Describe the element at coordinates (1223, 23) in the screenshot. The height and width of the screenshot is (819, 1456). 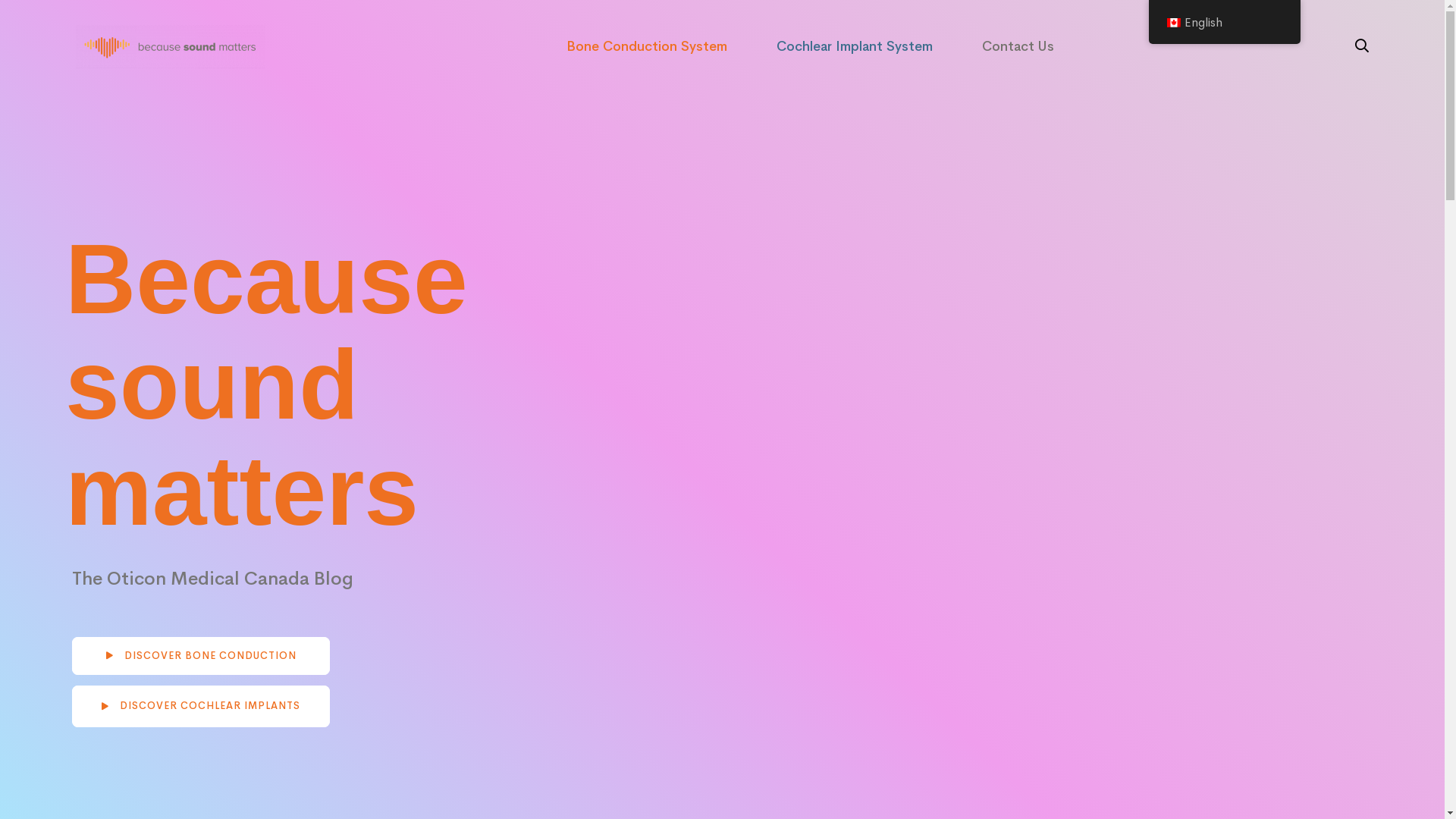
I see `'English'` at that location.